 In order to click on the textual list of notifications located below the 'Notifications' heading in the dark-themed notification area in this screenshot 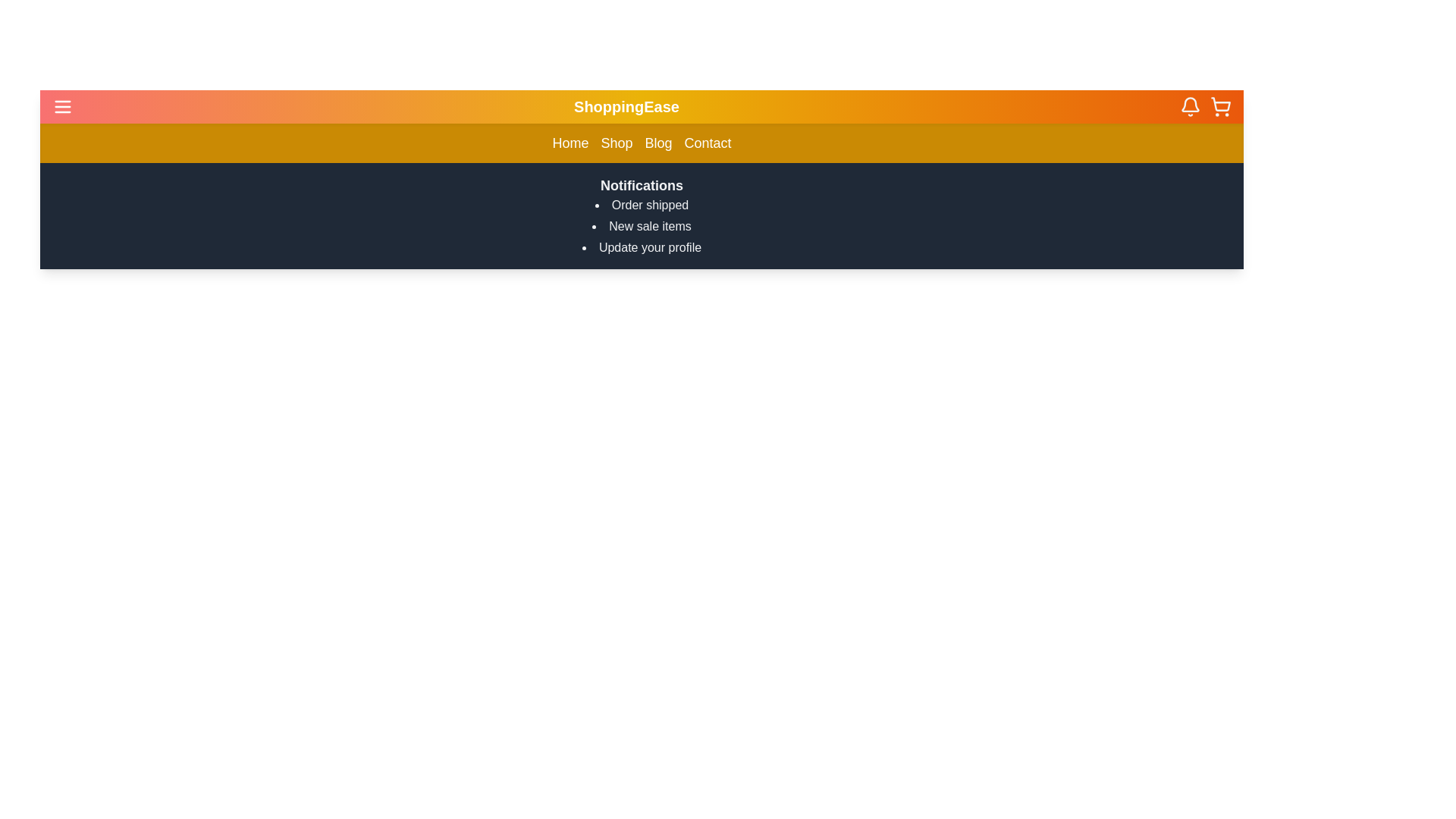, I will do `click(642, 227)`.